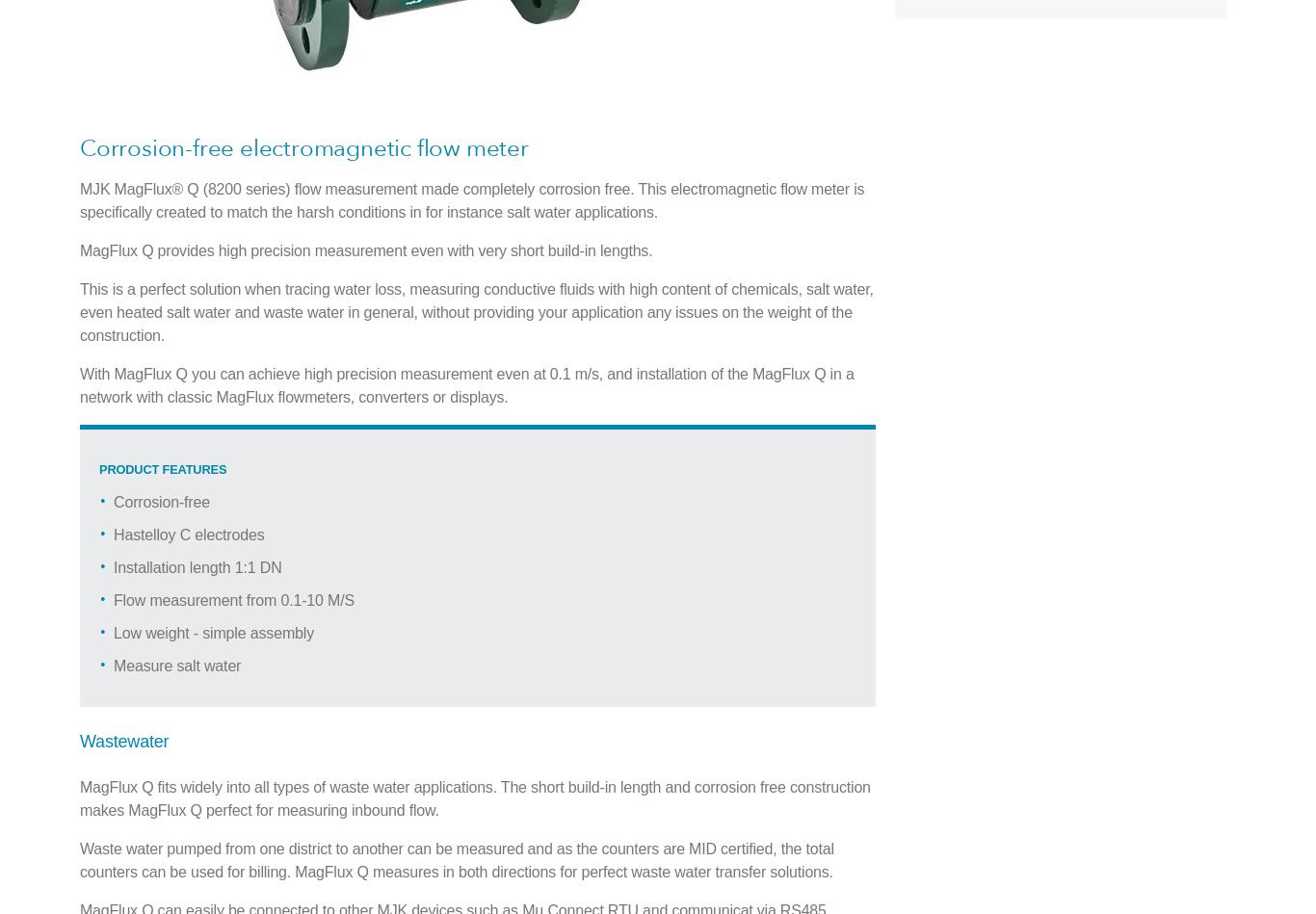 Image resolution: width=1316 pixels, height=914 pixels. What do you see at coordinates (828, 325) in the screenshot?
I see `'Investors'` at bounding box center [828, 325].